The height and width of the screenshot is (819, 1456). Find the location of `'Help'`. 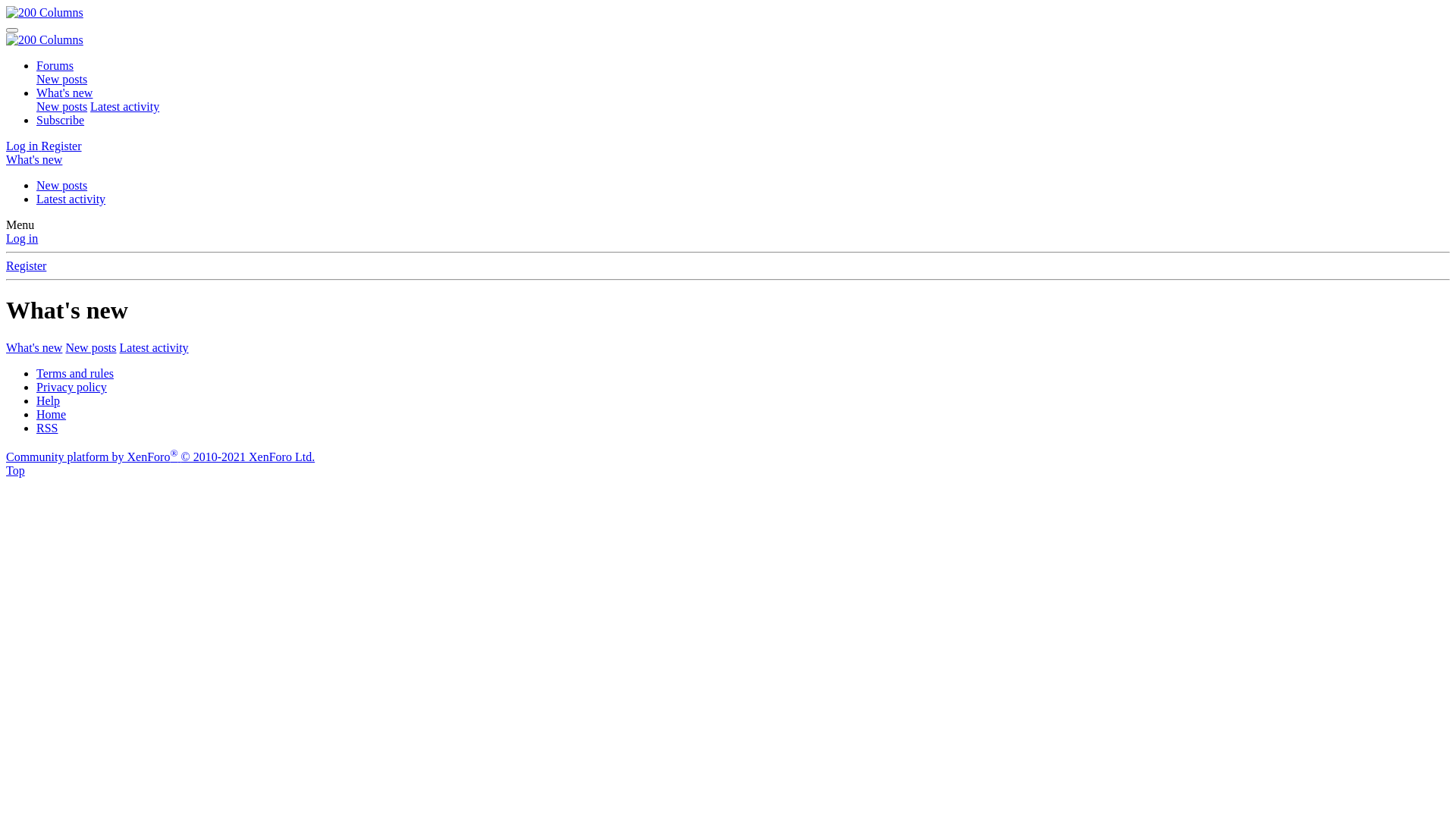

'Help' is located at coordinates (48, 400).